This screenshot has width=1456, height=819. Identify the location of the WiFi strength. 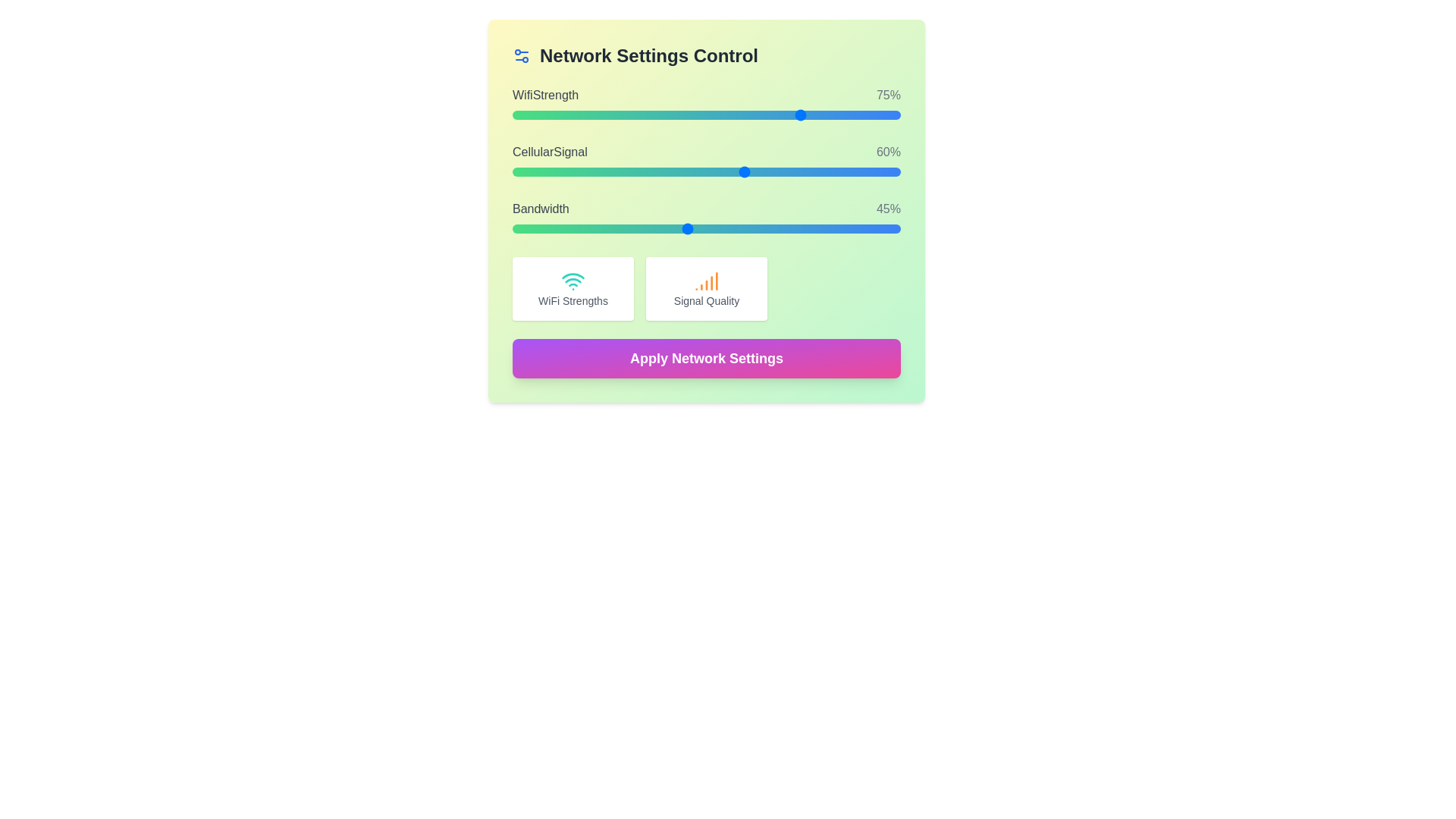
(679, 114).